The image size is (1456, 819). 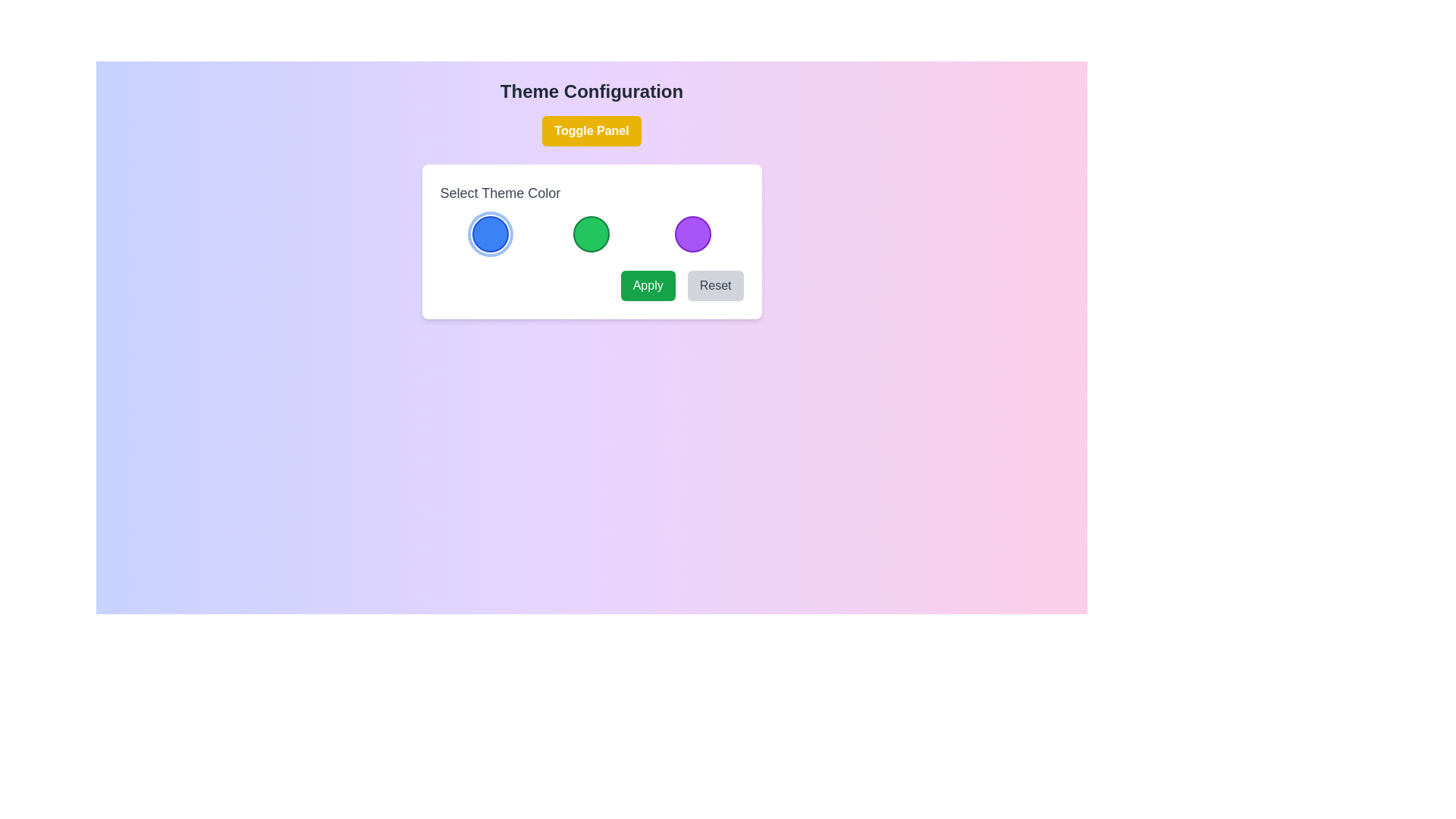 I want to click on the button located beneath the 'Theme Configuration' title, so click(x=591, y=130).